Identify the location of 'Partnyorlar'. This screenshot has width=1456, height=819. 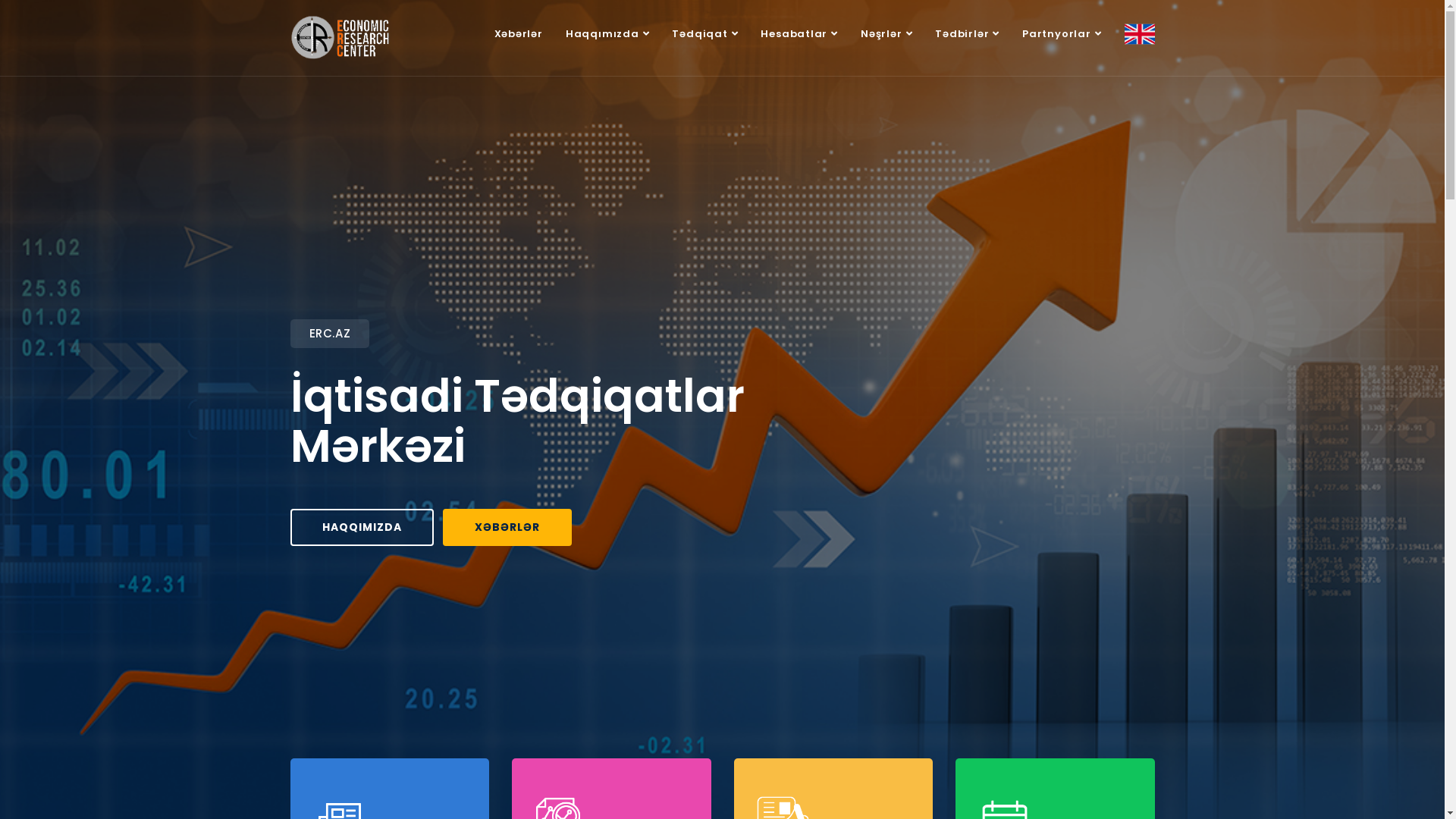
(1011, 34).